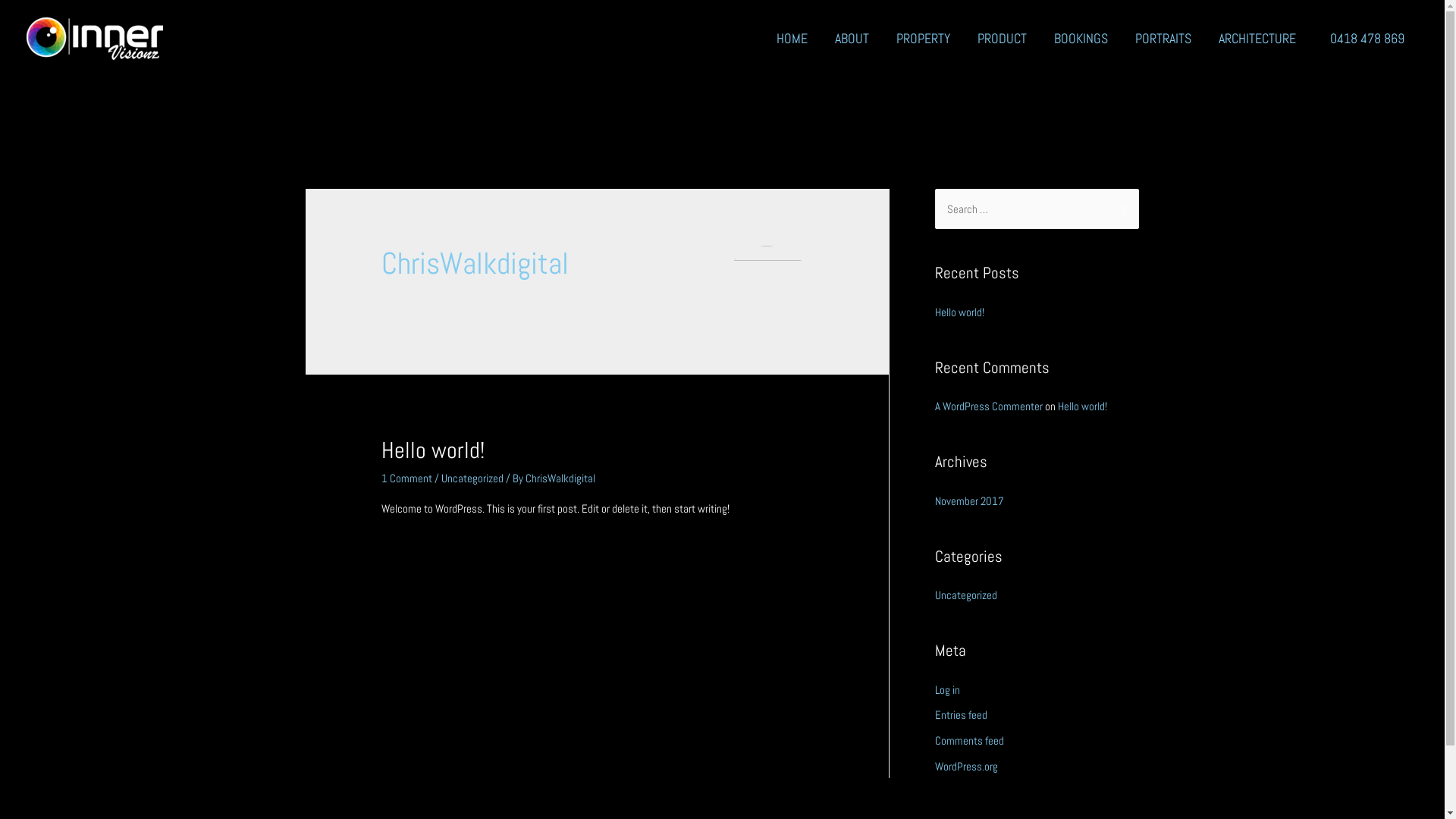  What do you see at coordinates (525, 478) in the screenshot?
I see `'ChrisWalkdigital'` at bounding box center [525, 478].